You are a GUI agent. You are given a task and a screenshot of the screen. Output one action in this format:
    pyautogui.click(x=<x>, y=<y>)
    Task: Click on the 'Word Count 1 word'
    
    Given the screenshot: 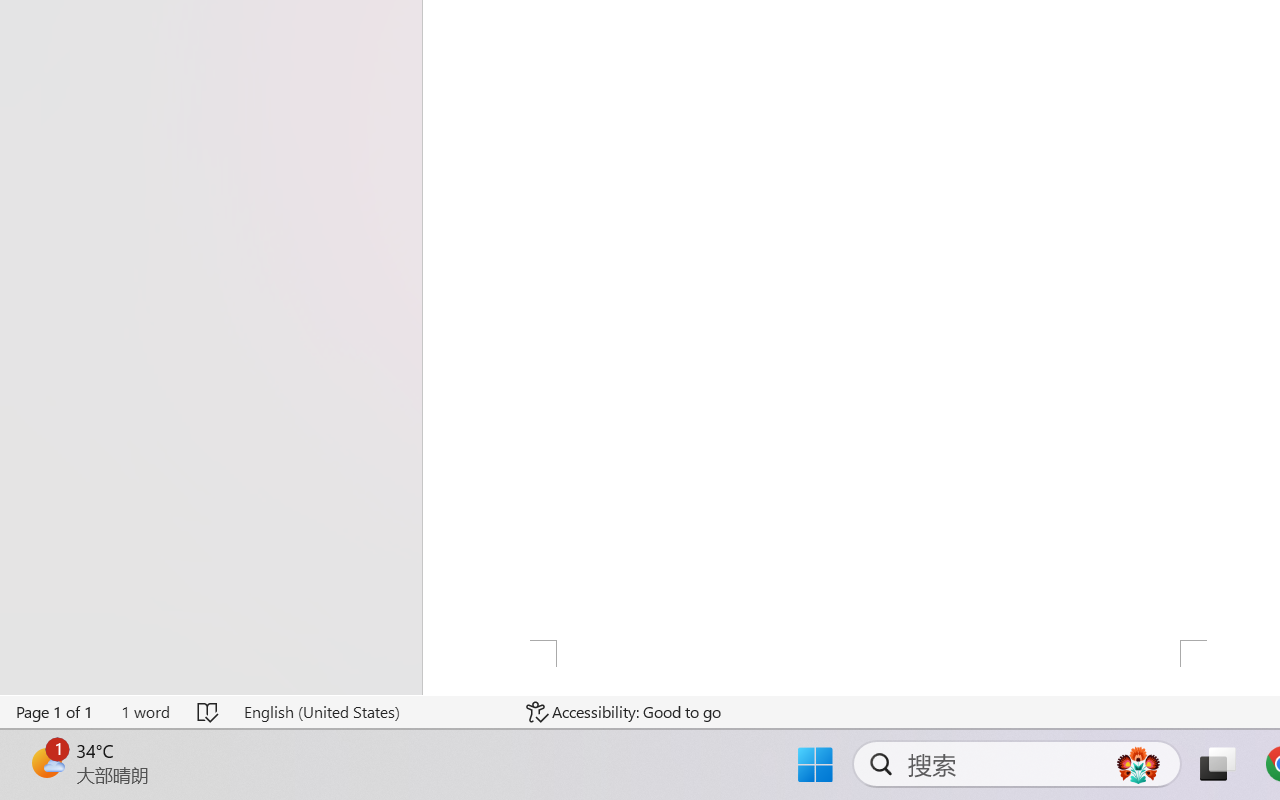 What is the action you would take?
    pyautogui.click(x=144, y=711)
    